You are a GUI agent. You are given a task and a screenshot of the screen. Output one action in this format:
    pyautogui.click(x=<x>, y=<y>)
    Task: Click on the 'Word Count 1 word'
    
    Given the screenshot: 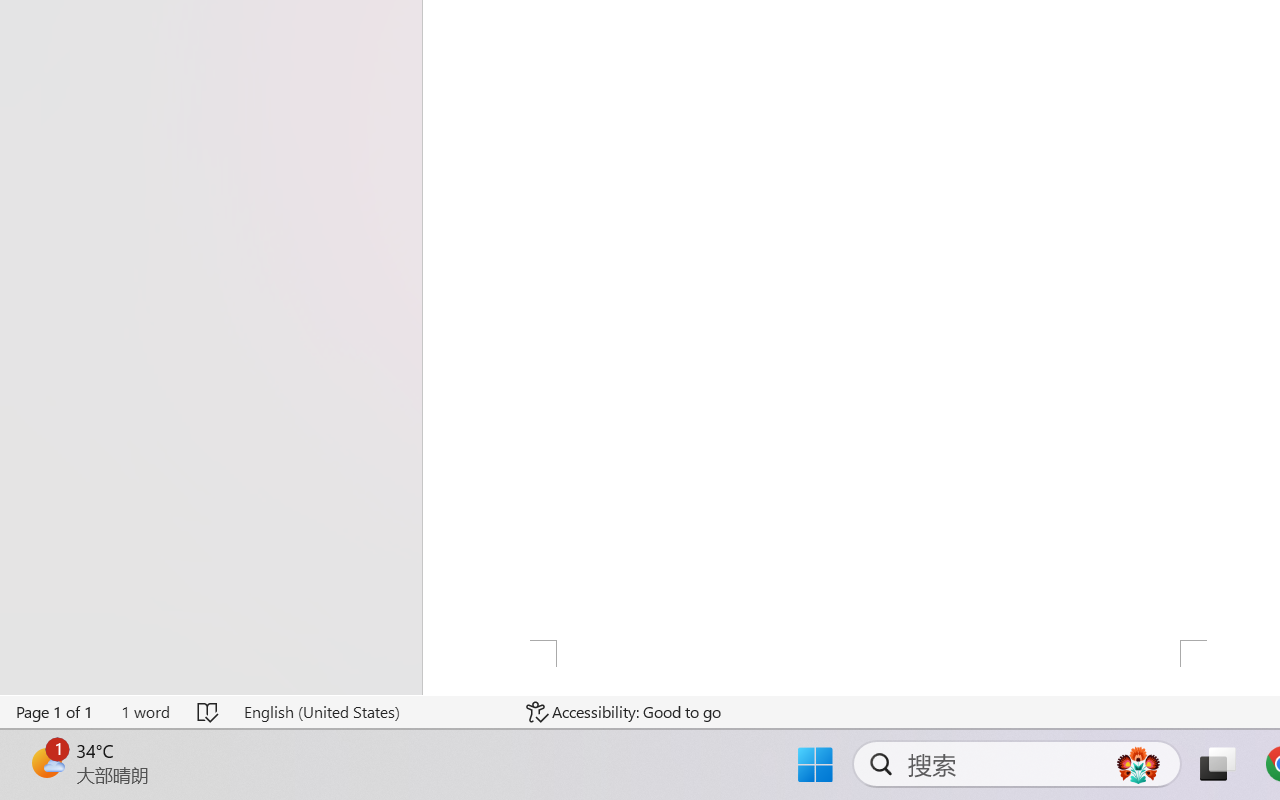 What is the action you would take?
    pyautogui.click(x=144, y=711)
    